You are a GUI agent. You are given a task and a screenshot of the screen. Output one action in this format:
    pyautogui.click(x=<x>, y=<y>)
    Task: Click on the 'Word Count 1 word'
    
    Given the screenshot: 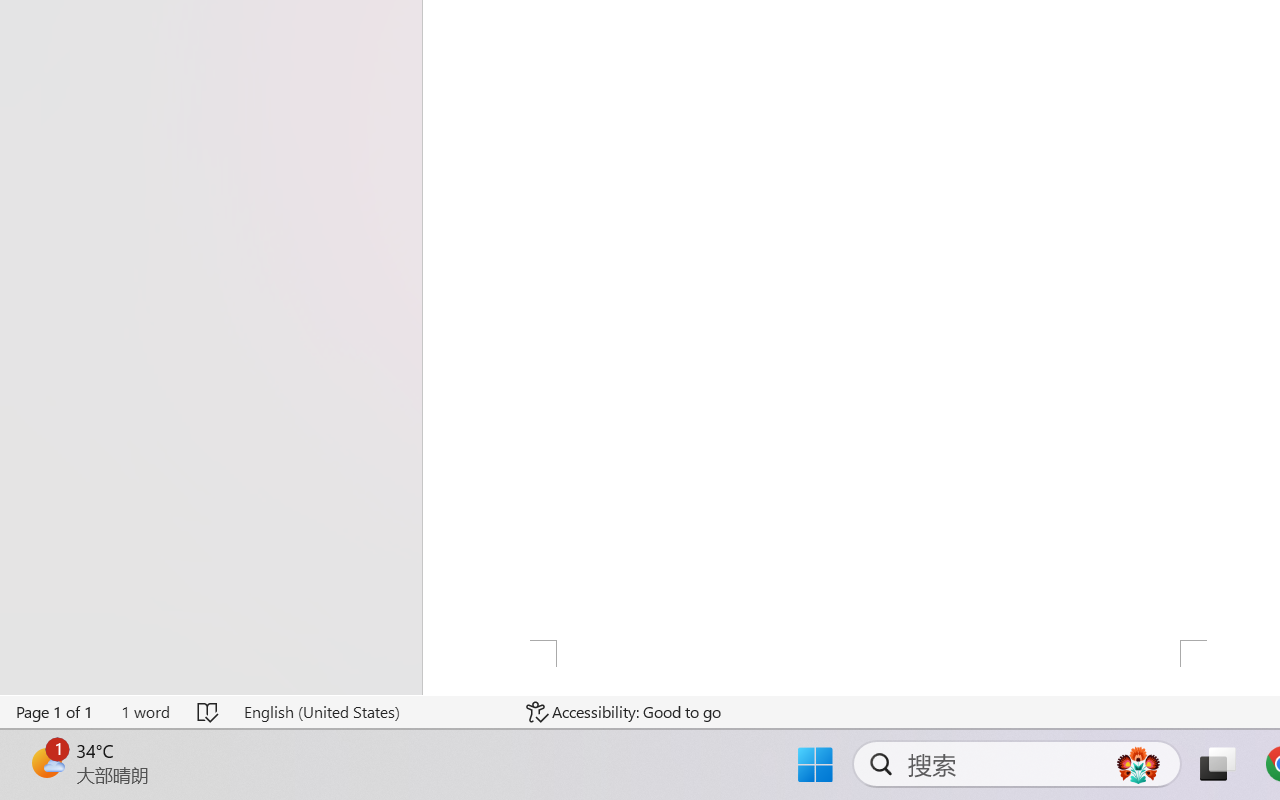 What is the action you would take?
    pyautogui.click(x=144, y=711)
    